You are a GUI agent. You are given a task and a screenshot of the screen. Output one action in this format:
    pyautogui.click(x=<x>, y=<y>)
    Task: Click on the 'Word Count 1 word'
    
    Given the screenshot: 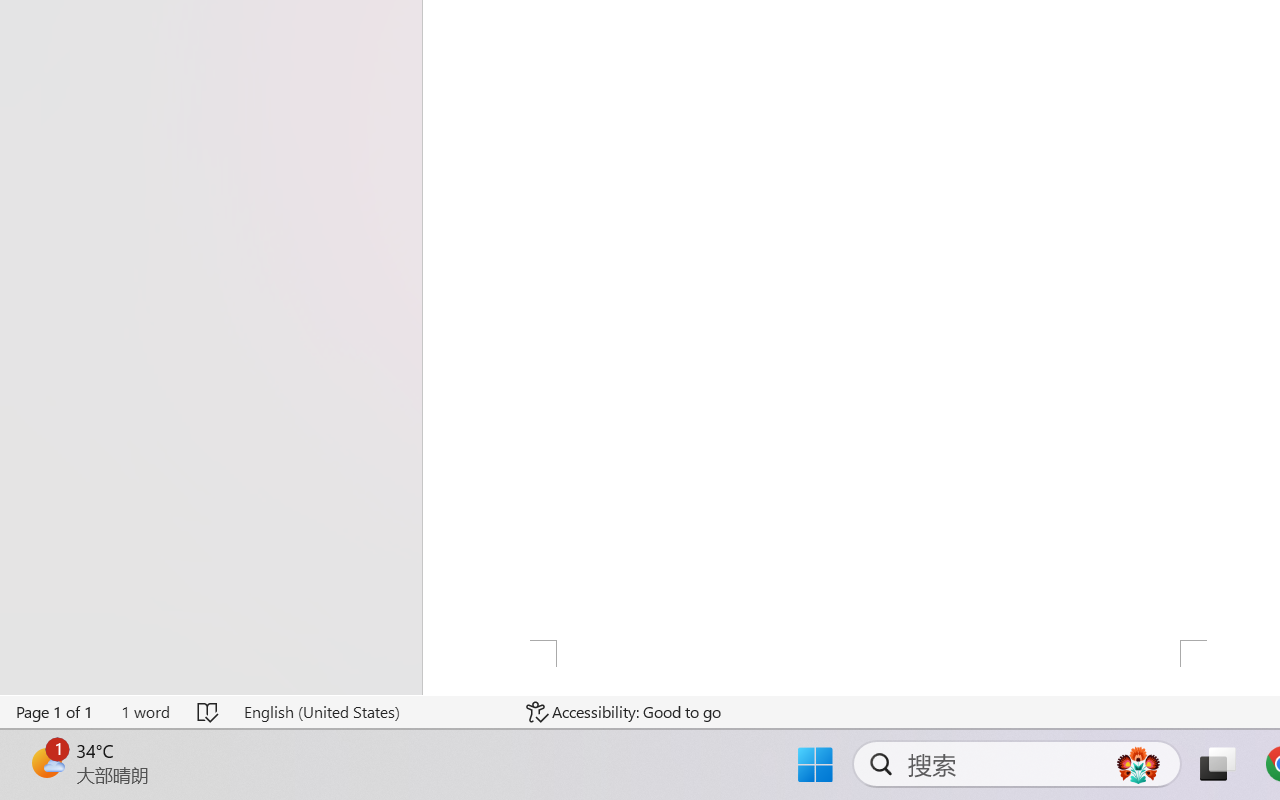 What is the action you would take?
    pyautogui.click(x=144, y=711)
    